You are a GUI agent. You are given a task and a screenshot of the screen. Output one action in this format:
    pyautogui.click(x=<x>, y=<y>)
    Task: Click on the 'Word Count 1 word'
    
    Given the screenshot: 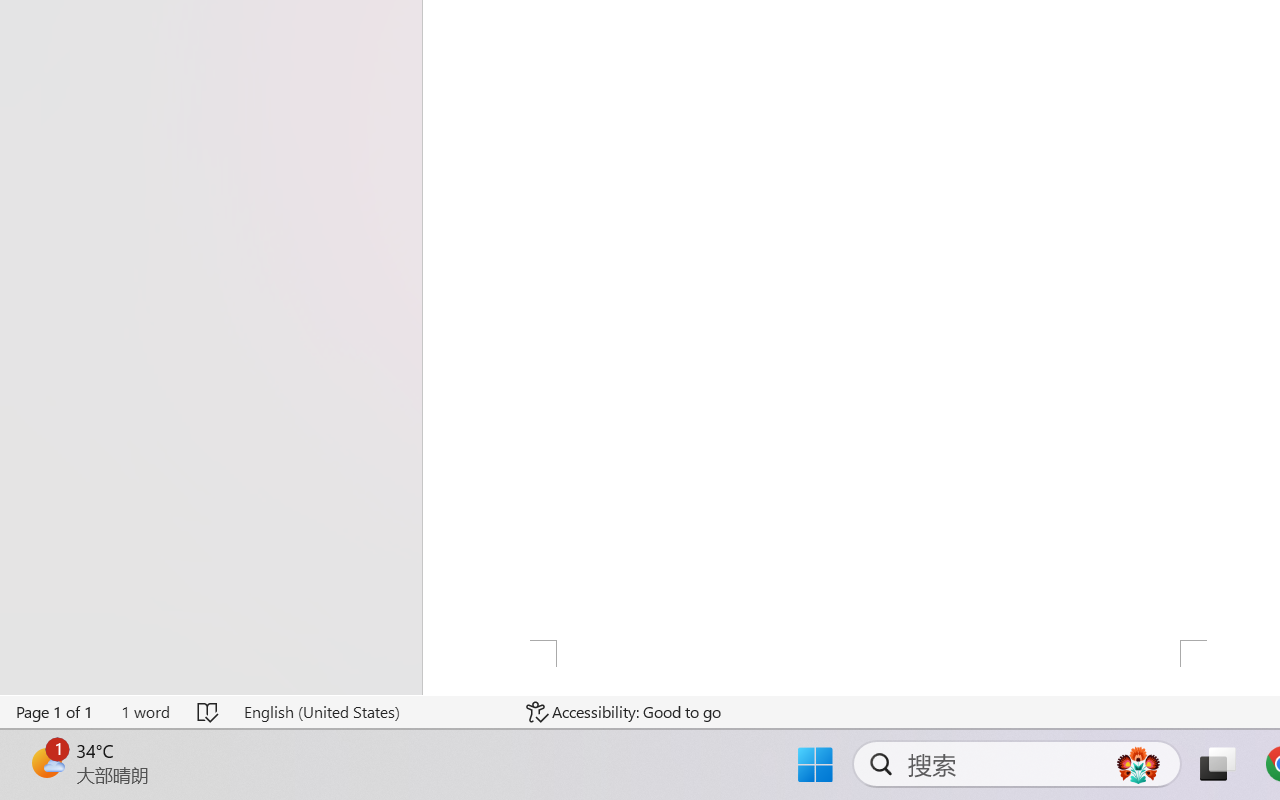 What is the action you would take?
    pyautogui.click(x=144, y=711)
    